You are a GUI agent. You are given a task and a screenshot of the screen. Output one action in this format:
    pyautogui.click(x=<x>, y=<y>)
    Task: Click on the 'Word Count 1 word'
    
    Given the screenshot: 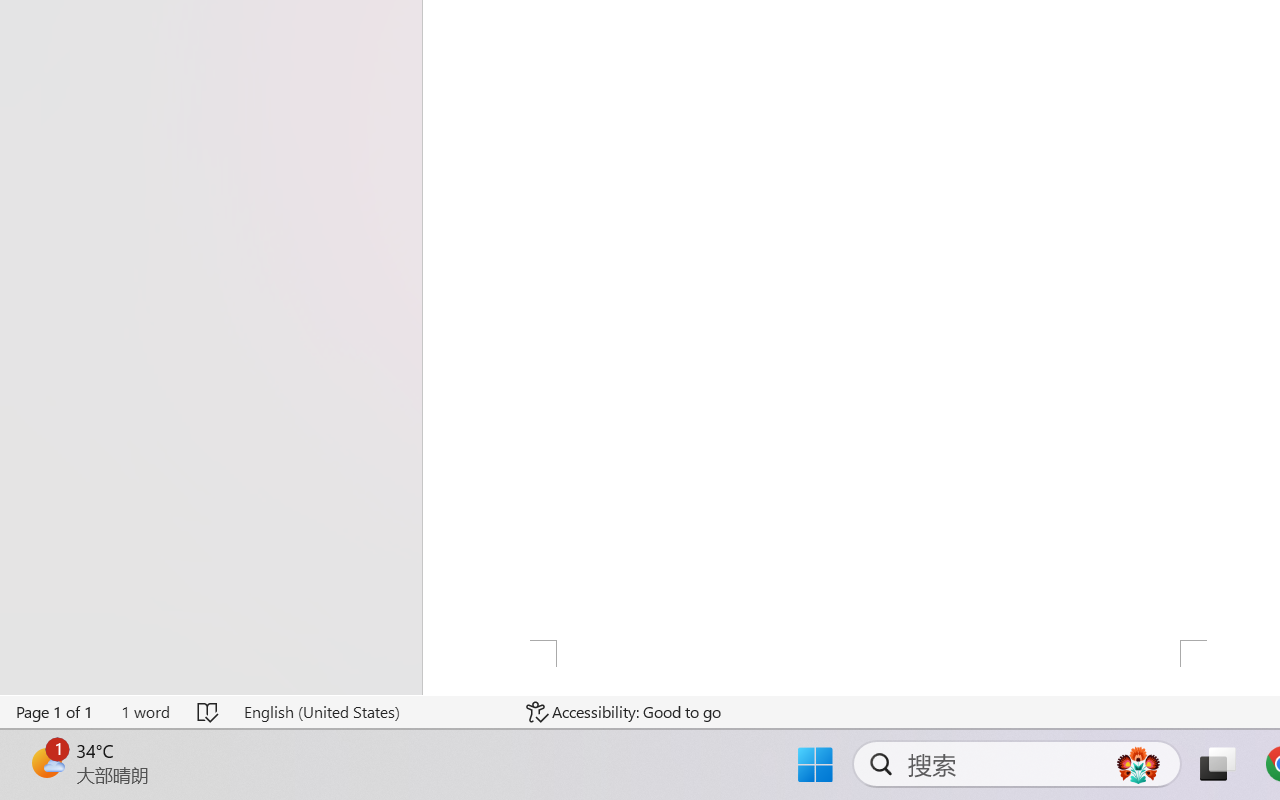 What is the action you would take?
    pyautogui.click(x=144, y=711)
    